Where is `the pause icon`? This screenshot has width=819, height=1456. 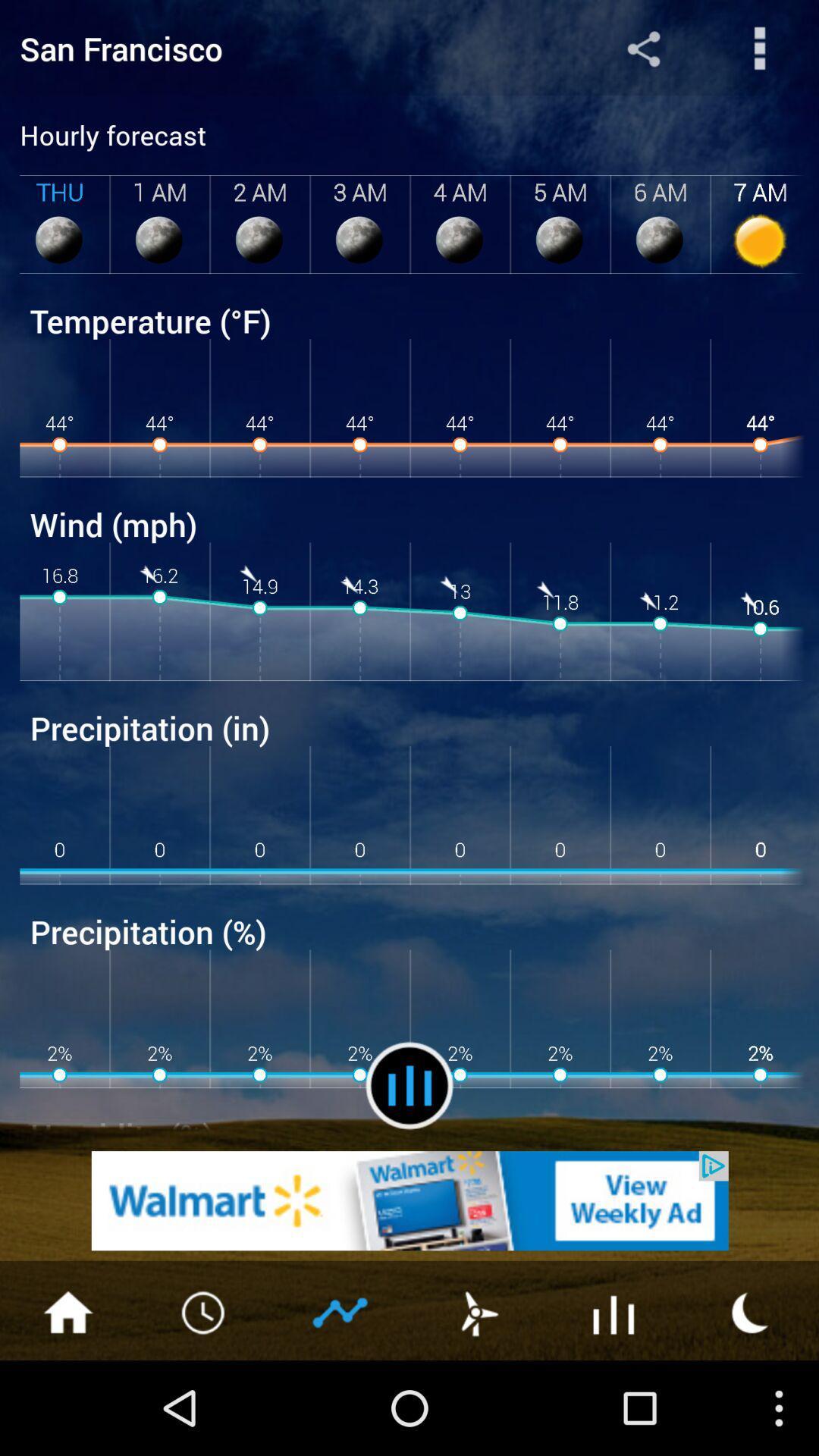
the pause icon is located at coordinates (409, 1161).